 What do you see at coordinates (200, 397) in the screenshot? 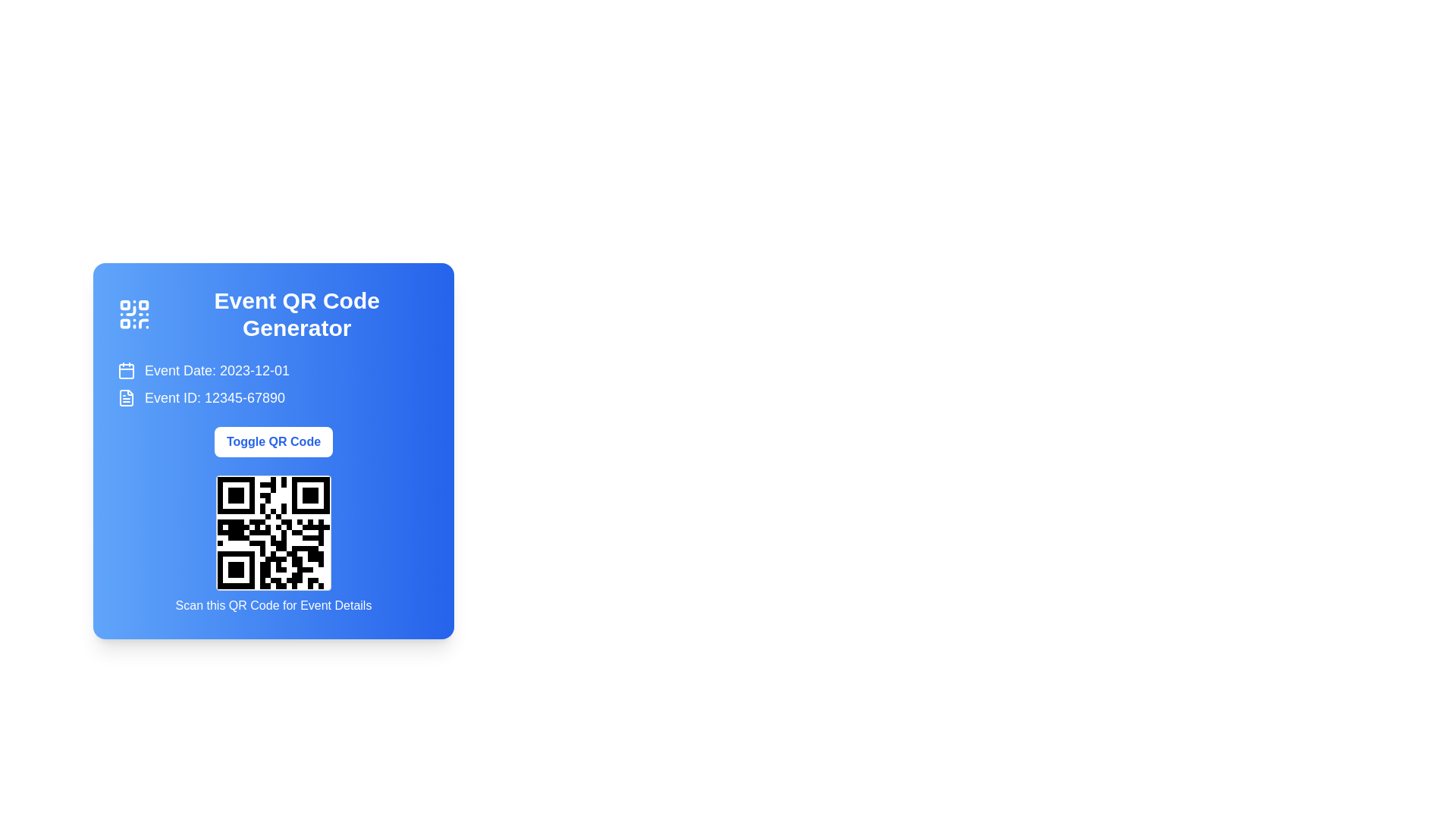
I see `the Label displaying 'Event ID: 12345-67890' which is positioned below the 'Event Date' row and centrally aligned in the card` at bounding box center [200, 397].